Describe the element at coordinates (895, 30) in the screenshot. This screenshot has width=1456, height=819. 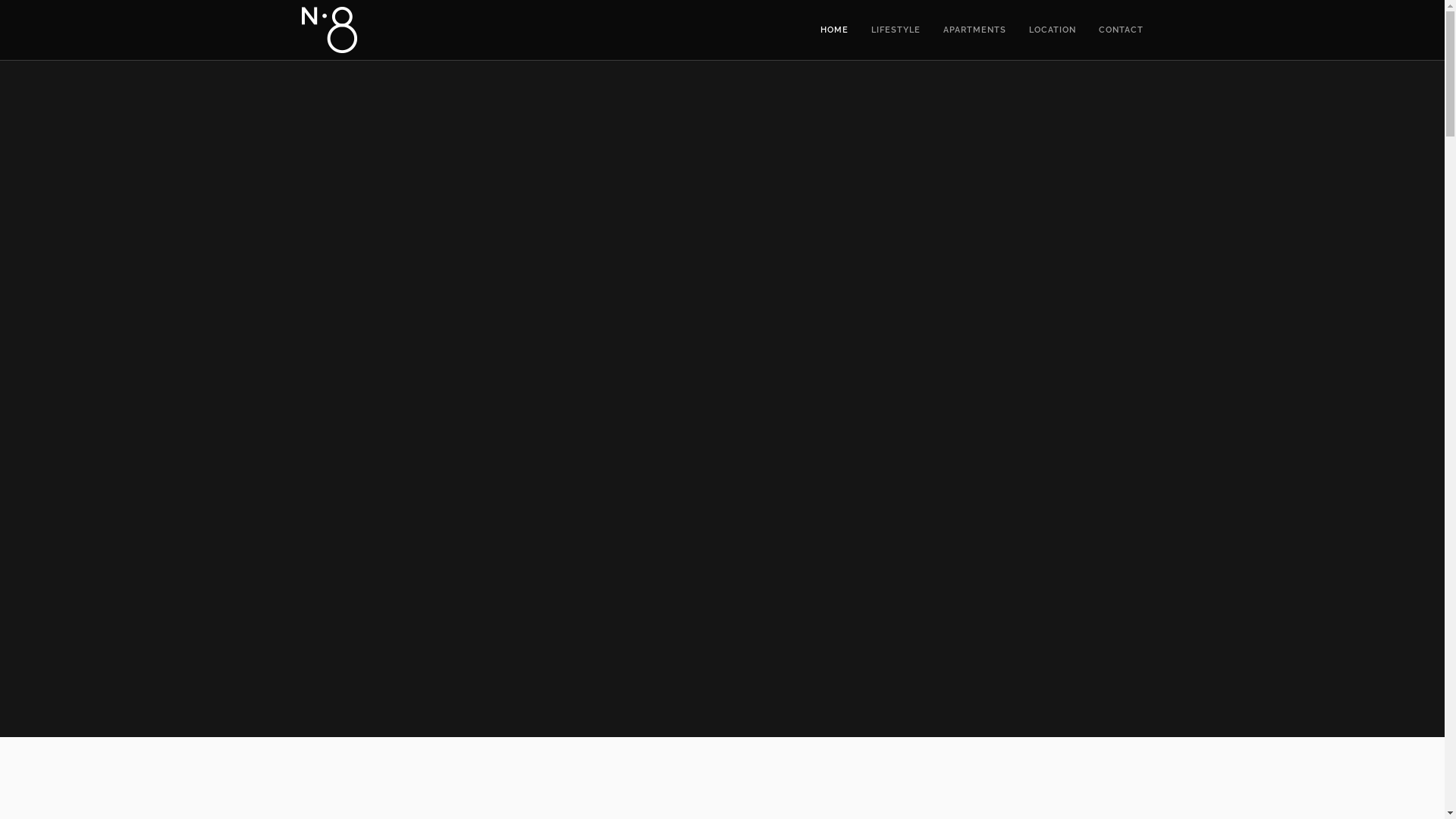
I see `'LIFESTYLE'` at that location.